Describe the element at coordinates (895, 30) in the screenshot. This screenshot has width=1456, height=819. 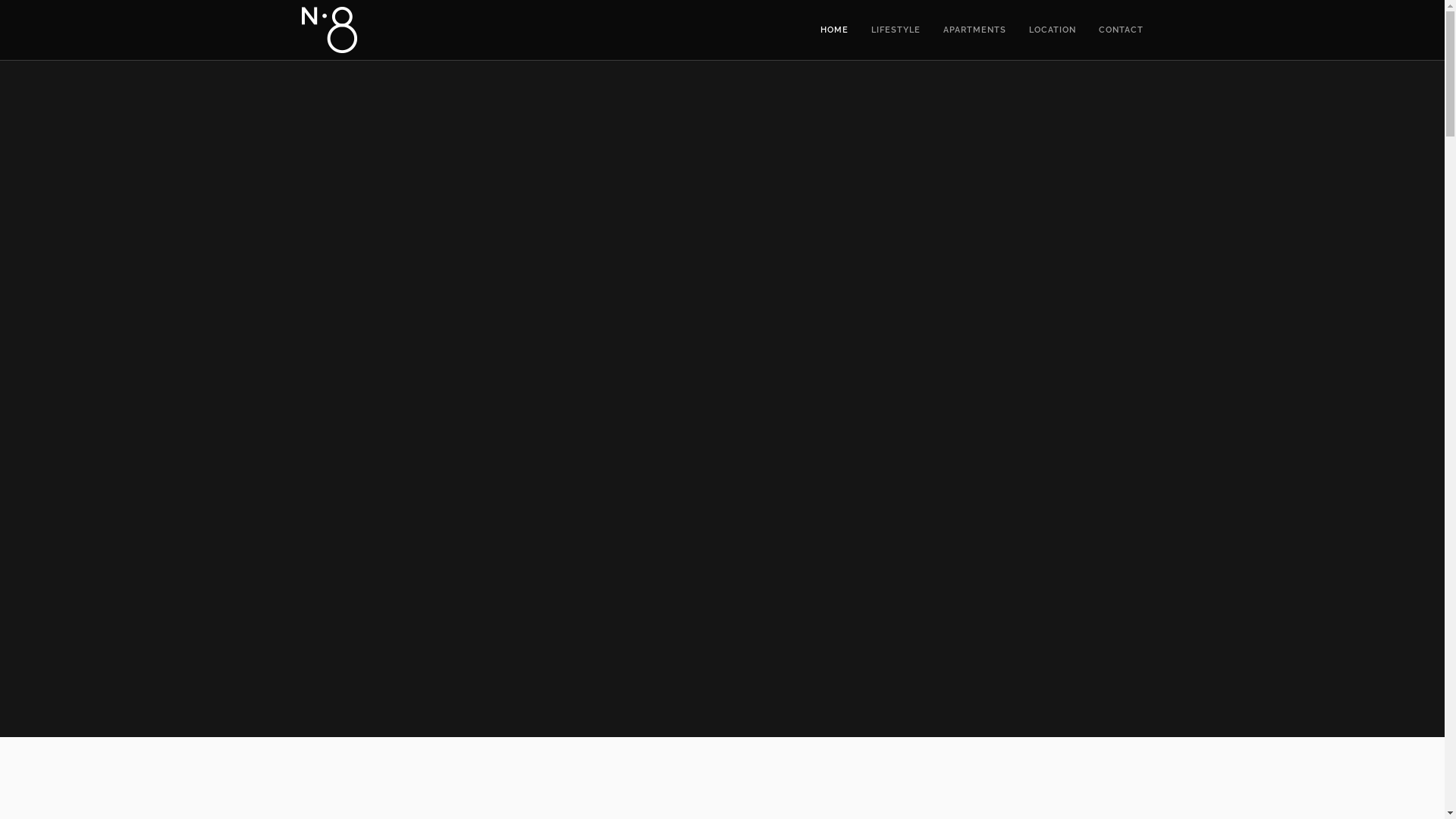
I see `'LIFESTYLE'` at that location.